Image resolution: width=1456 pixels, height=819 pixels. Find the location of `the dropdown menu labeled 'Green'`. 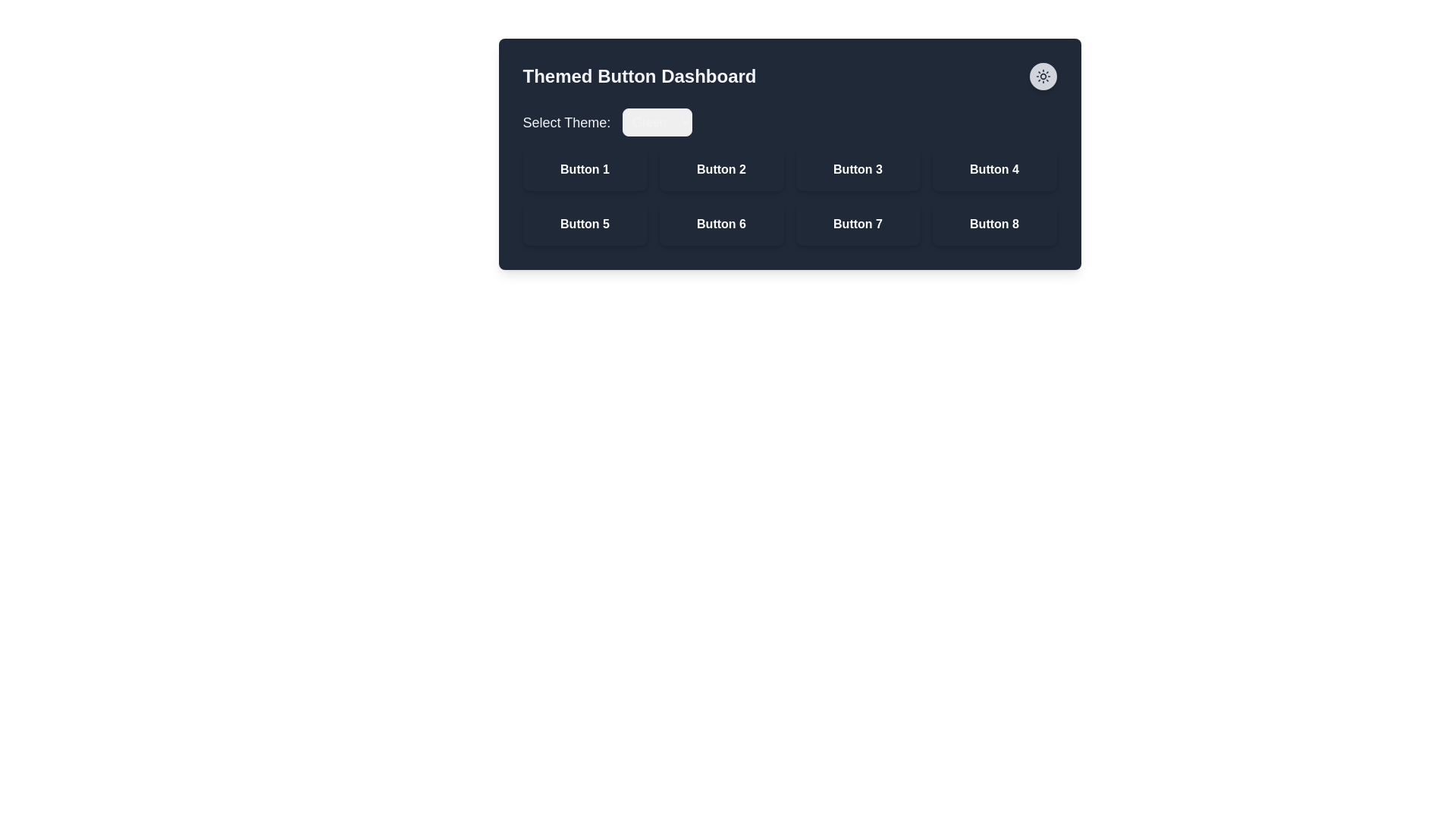

the dropdown menu labeled 'Green' is located at coordinates (657, 121).